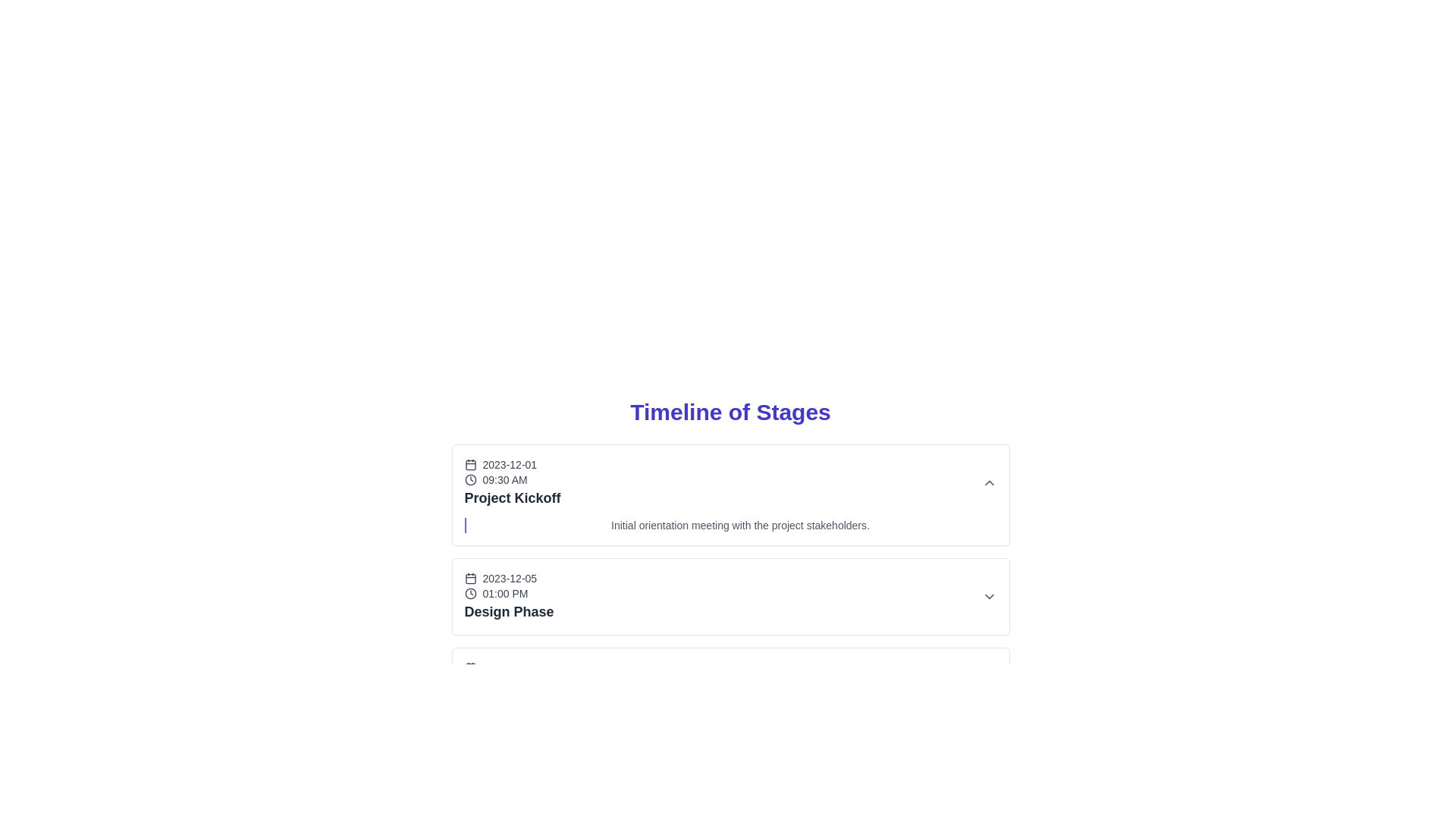 The height and width of the screenshot is (819, 1456). What do you see at coordinates (513, 497) in the screenshot?
I see `text label displaying 'Project Kickoff' located at the bottom-most position of the timeline entry` at bounding box center [513, 497].